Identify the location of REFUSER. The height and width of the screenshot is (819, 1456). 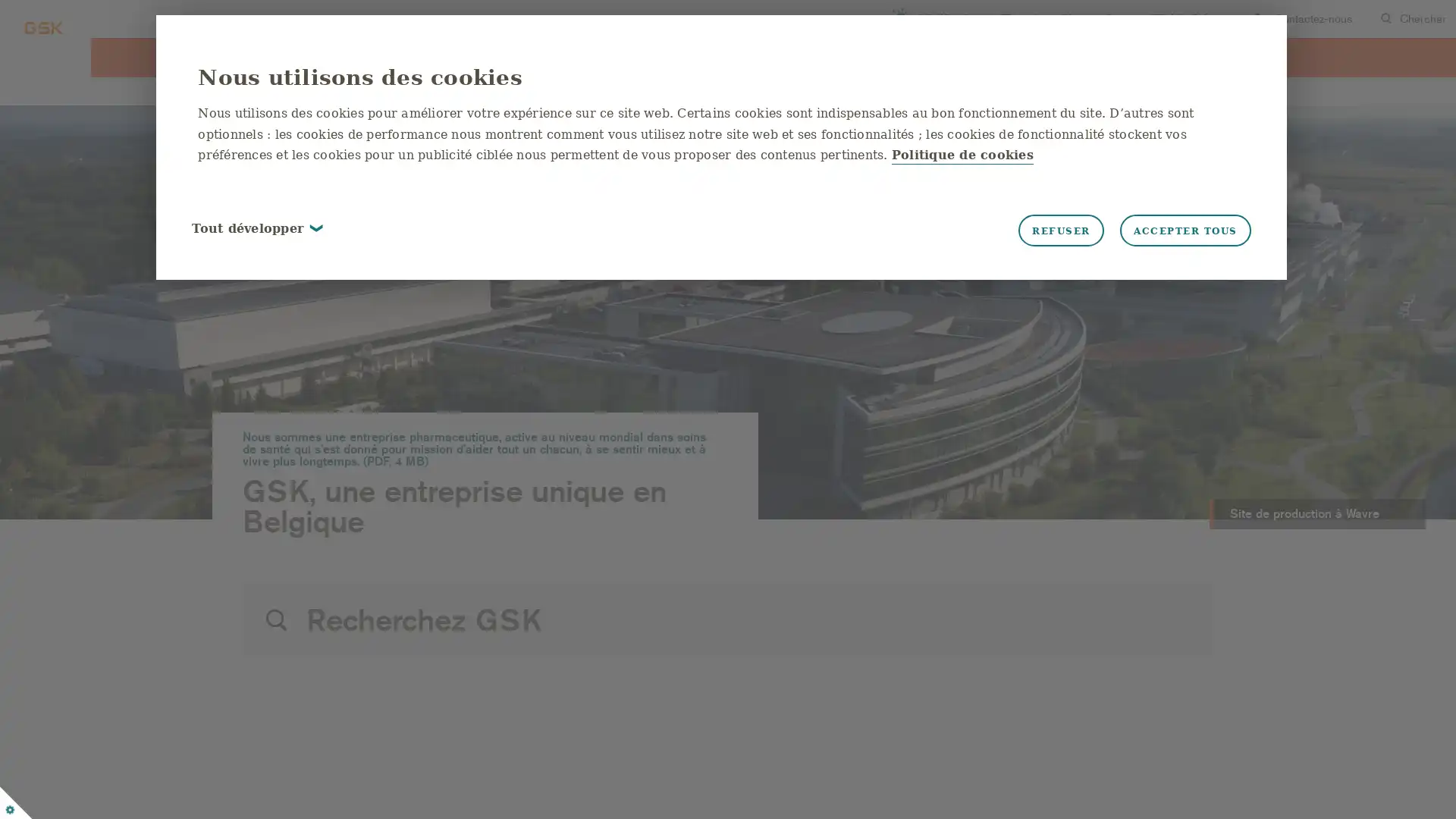
(1037, 231).